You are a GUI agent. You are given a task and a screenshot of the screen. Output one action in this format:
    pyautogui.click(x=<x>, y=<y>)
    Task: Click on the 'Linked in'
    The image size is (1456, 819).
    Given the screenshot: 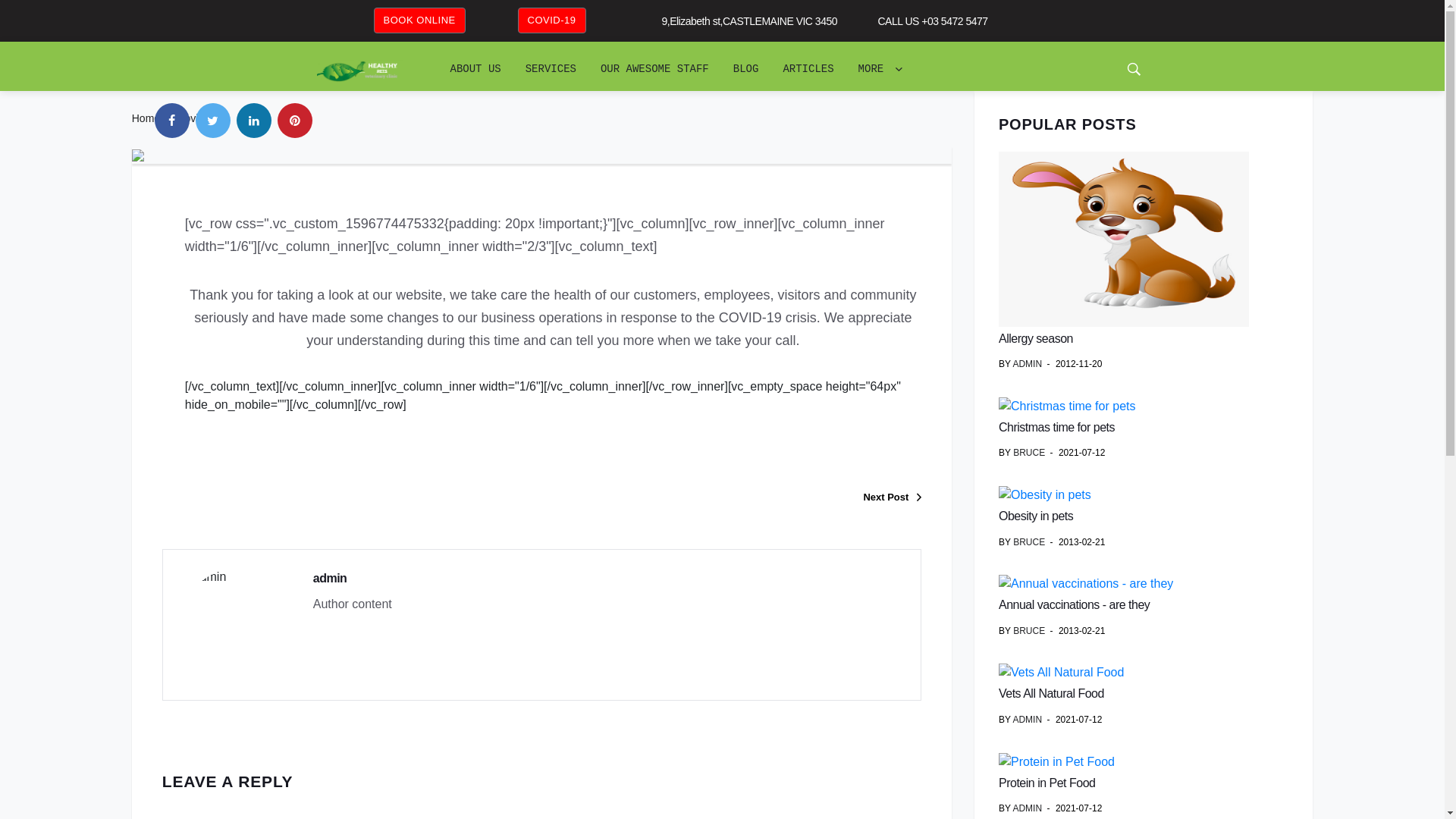 What is the action you would take?
    pyautogui.click(x=254, y=119)
    